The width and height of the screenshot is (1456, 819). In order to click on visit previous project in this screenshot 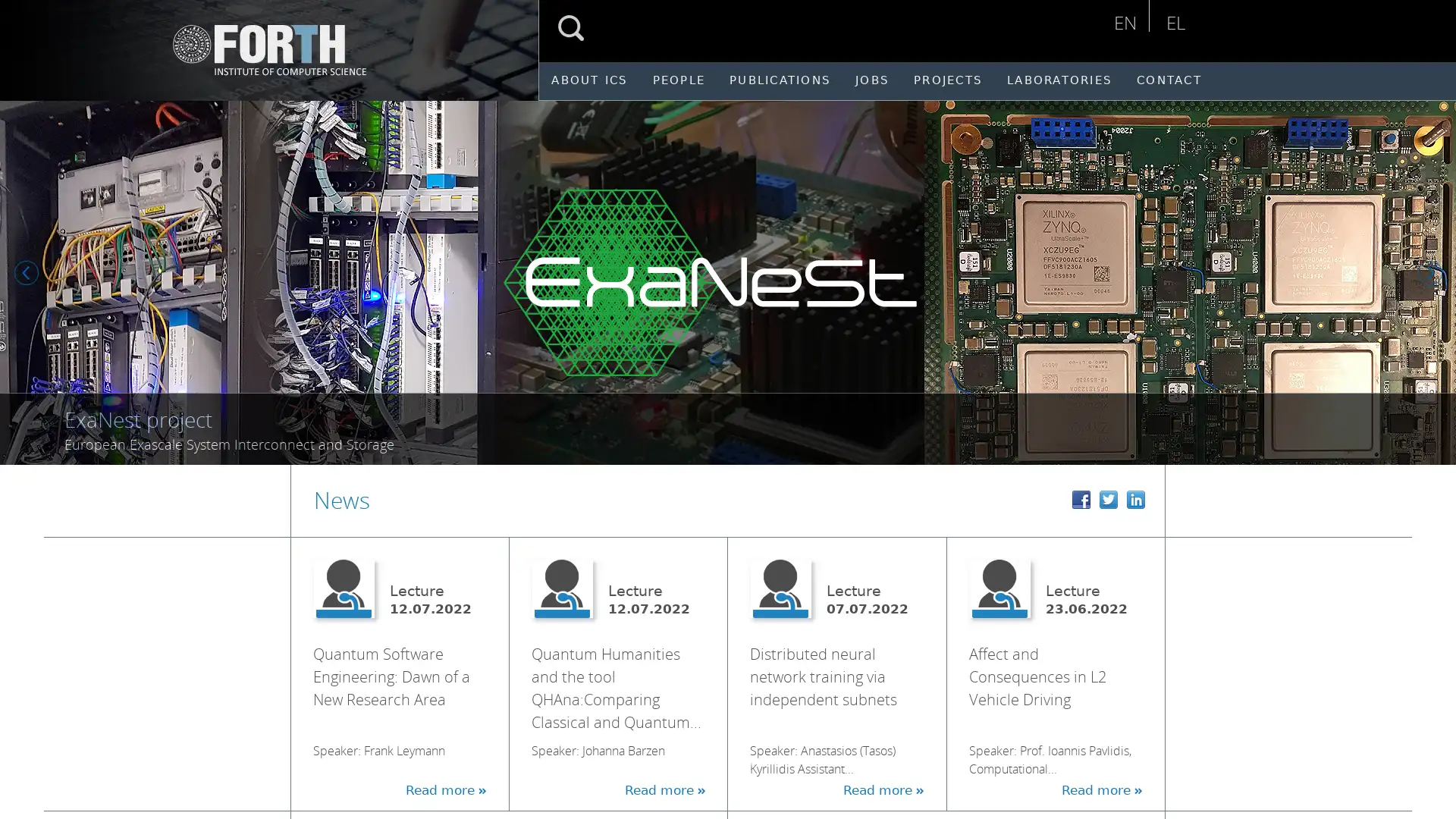, I will do `click(29, 274)`.